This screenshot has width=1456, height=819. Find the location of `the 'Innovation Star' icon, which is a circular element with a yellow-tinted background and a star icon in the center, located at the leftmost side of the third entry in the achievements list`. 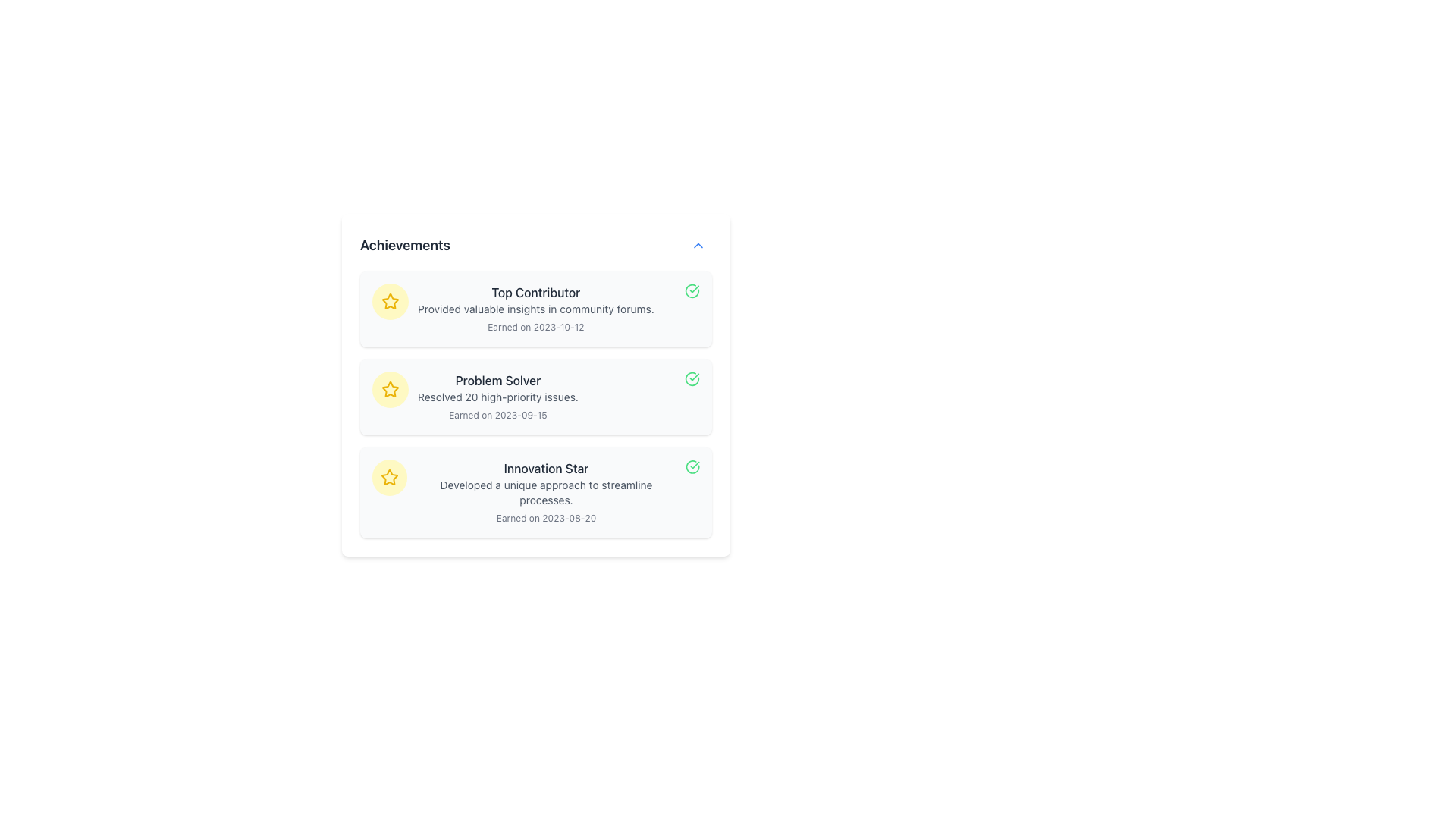

the 'Innovation Star' icon, which is a circular element with a yellow-tinted background and a star icon in the center, located at the leftmost side of the third entry in the achievements list is located at coordinates (390, 476).